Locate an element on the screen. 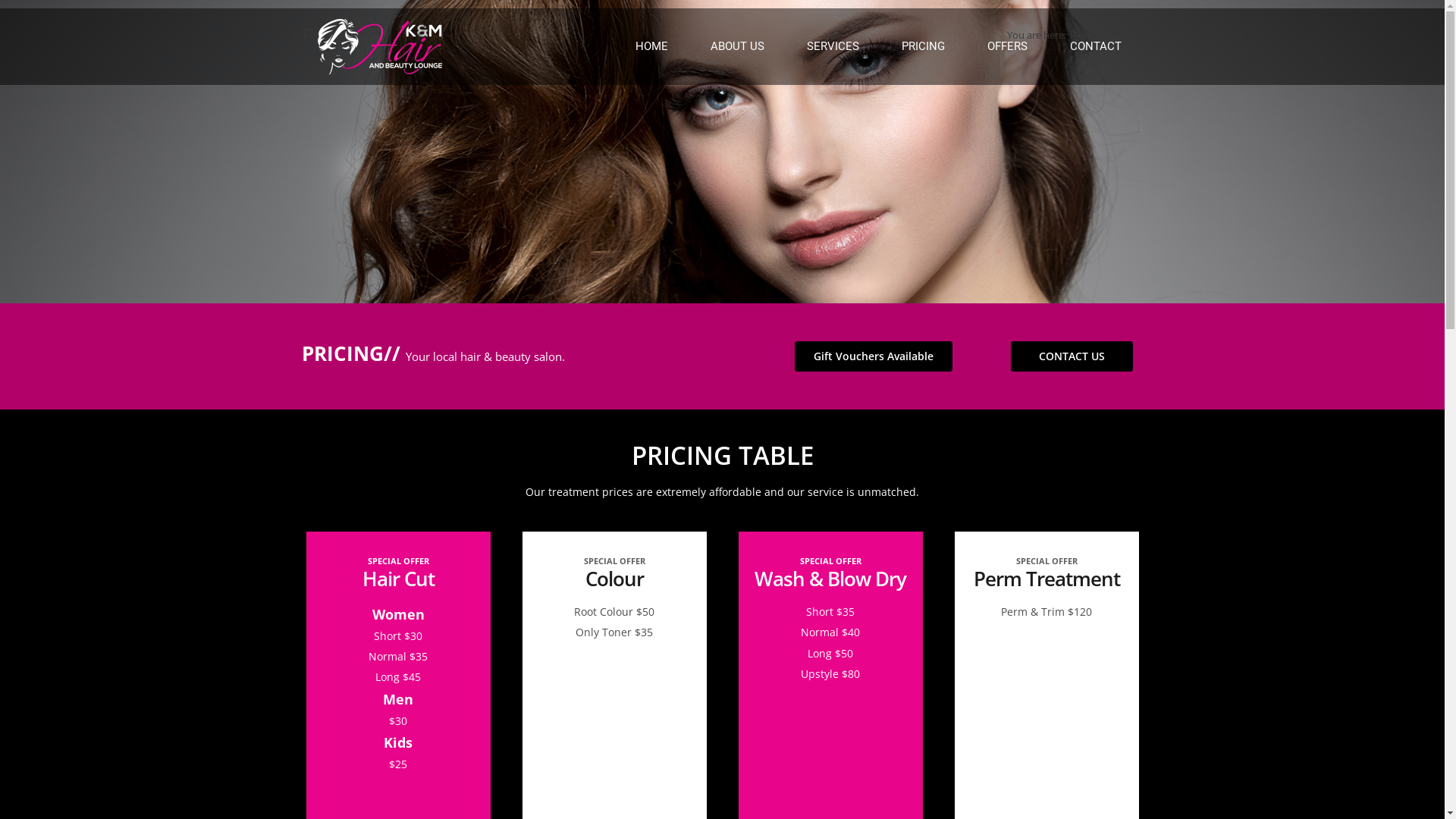 This screenshot has width=1456, height=819. 'OFFERS' is located at coordinates (987, 45).